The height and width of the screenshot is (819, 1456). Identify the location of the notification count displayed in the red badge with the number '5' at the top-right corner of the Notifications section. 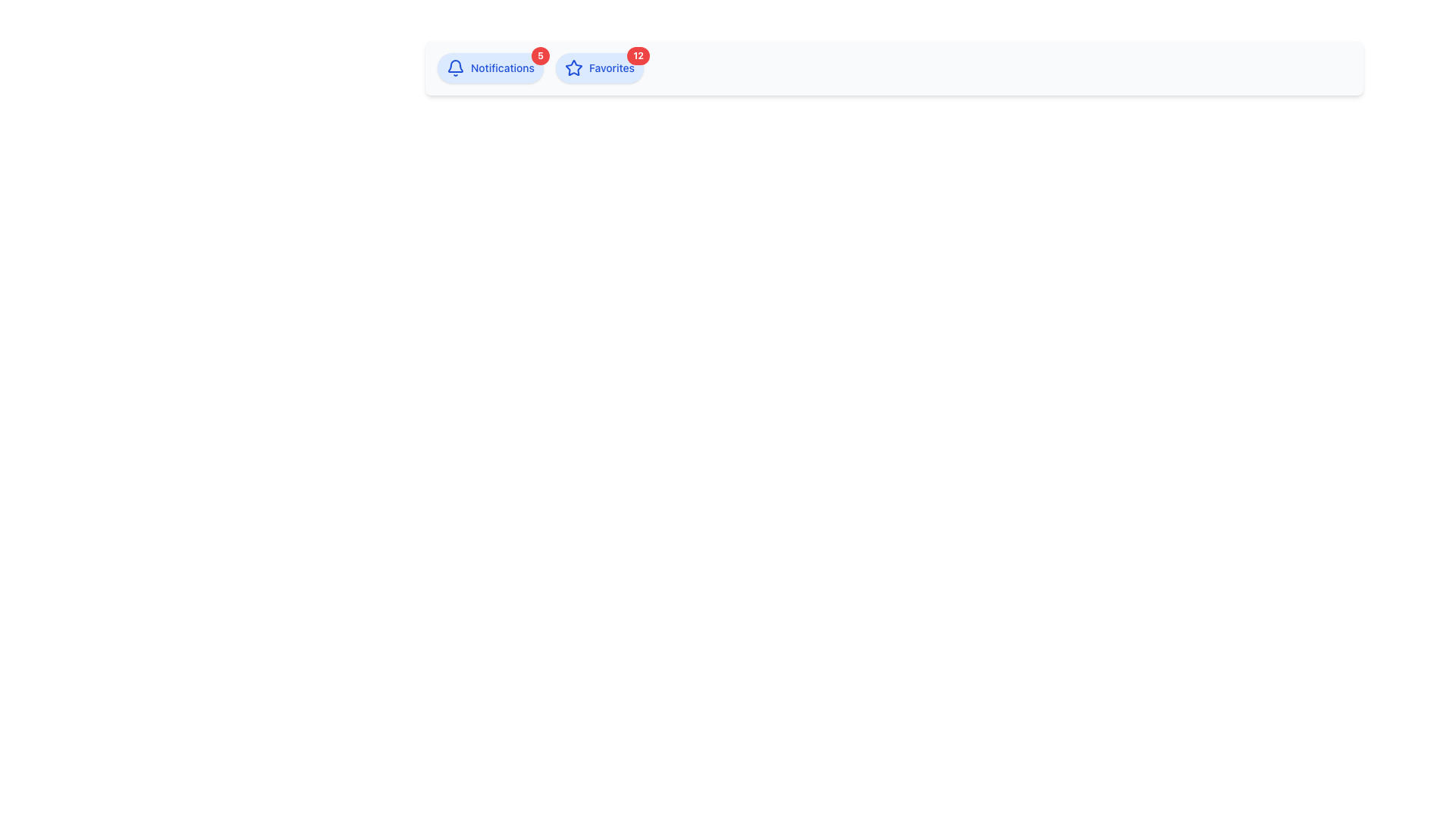
(541, 55).